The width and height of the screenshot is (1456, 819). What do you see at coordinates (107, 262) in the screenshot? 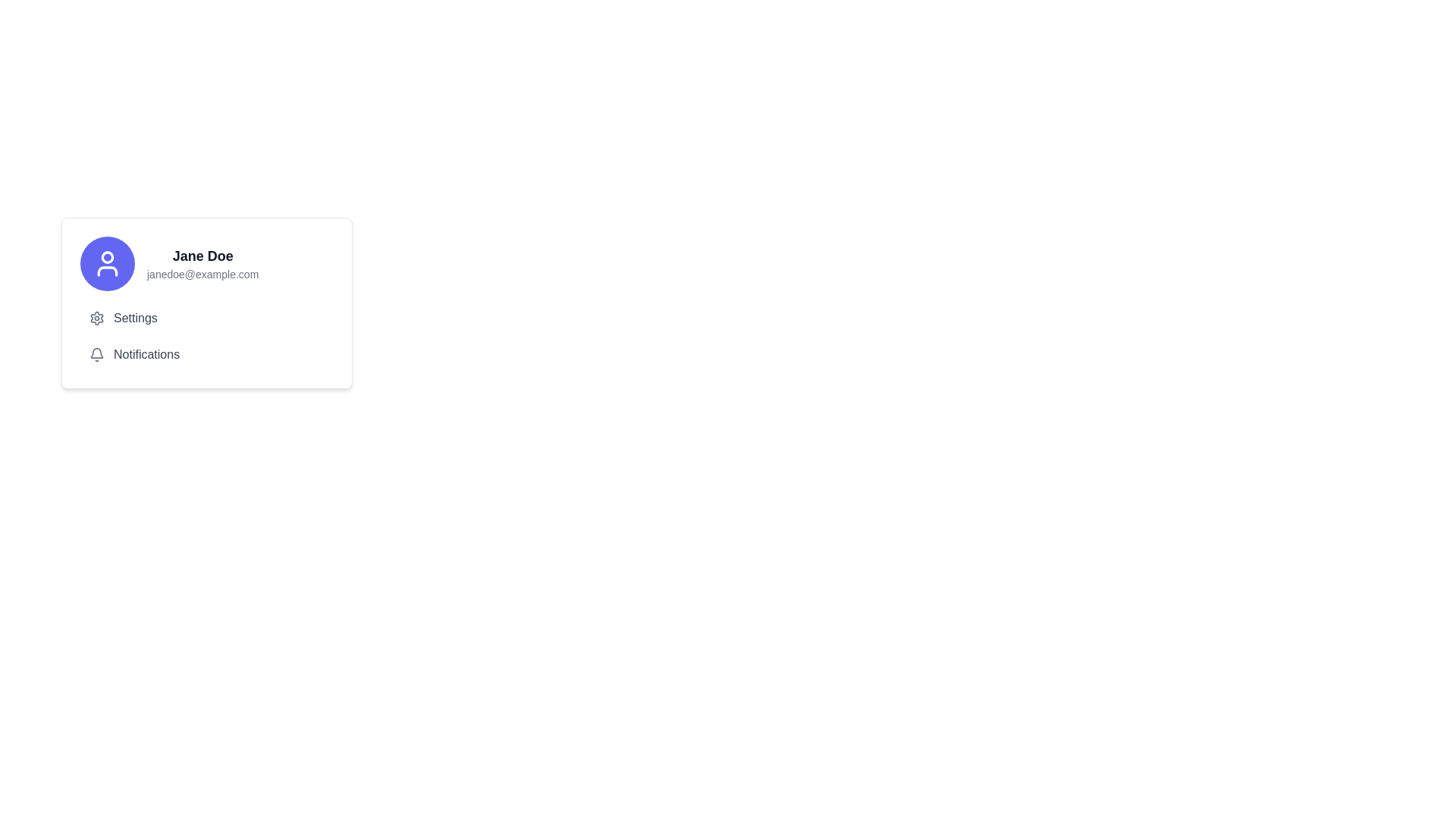
I see `the circular violet button-like user icon with white line art from its current position` at bounding box center [107, 262].